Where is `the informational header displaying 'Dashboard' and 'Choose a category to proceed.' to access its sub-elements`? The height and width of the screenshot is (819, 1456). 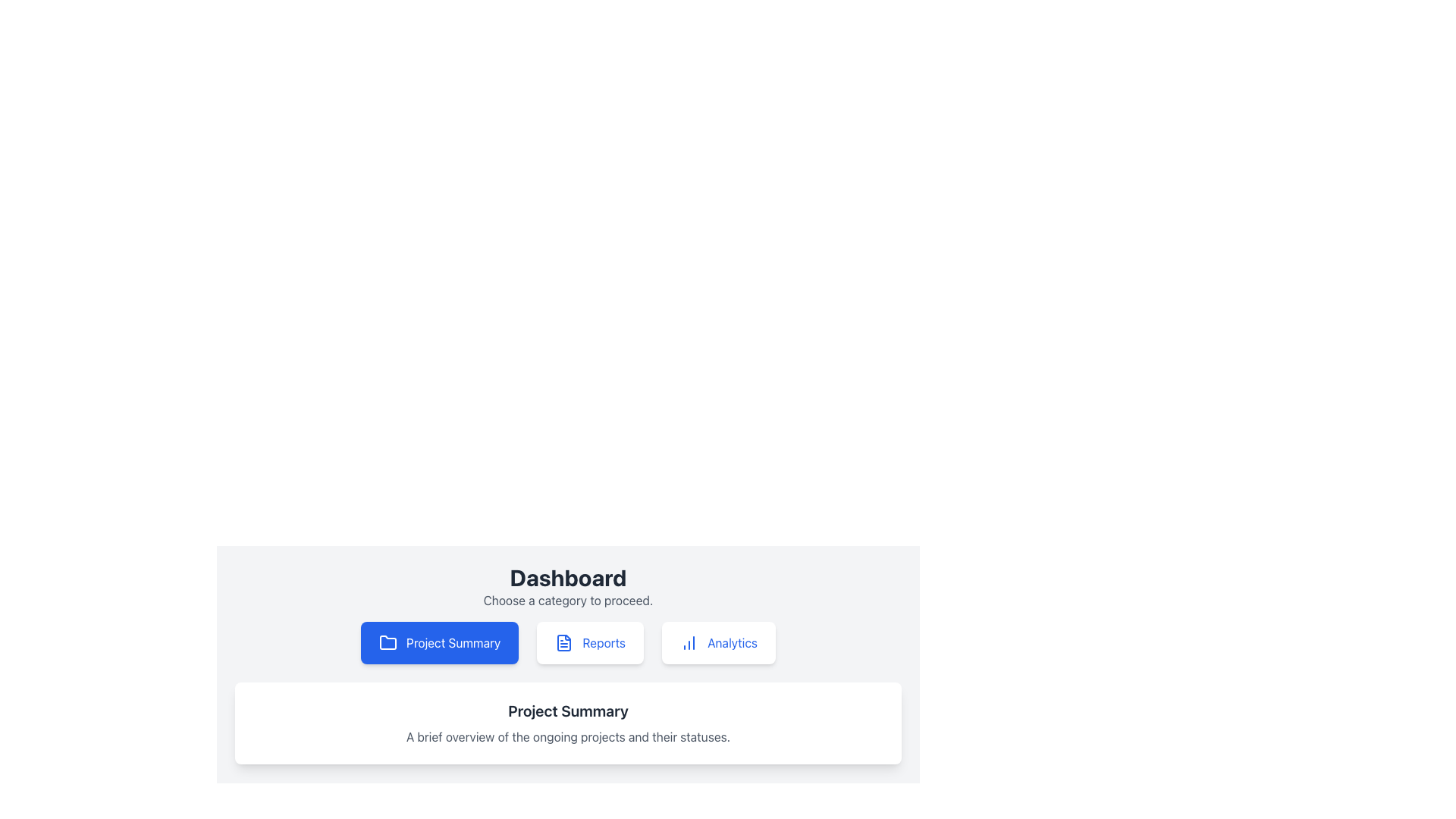
the informational header displaying 'Dashboard' and 'Choose a category to proceed.' to access its sub-elements is located at coordinates (567, 586).